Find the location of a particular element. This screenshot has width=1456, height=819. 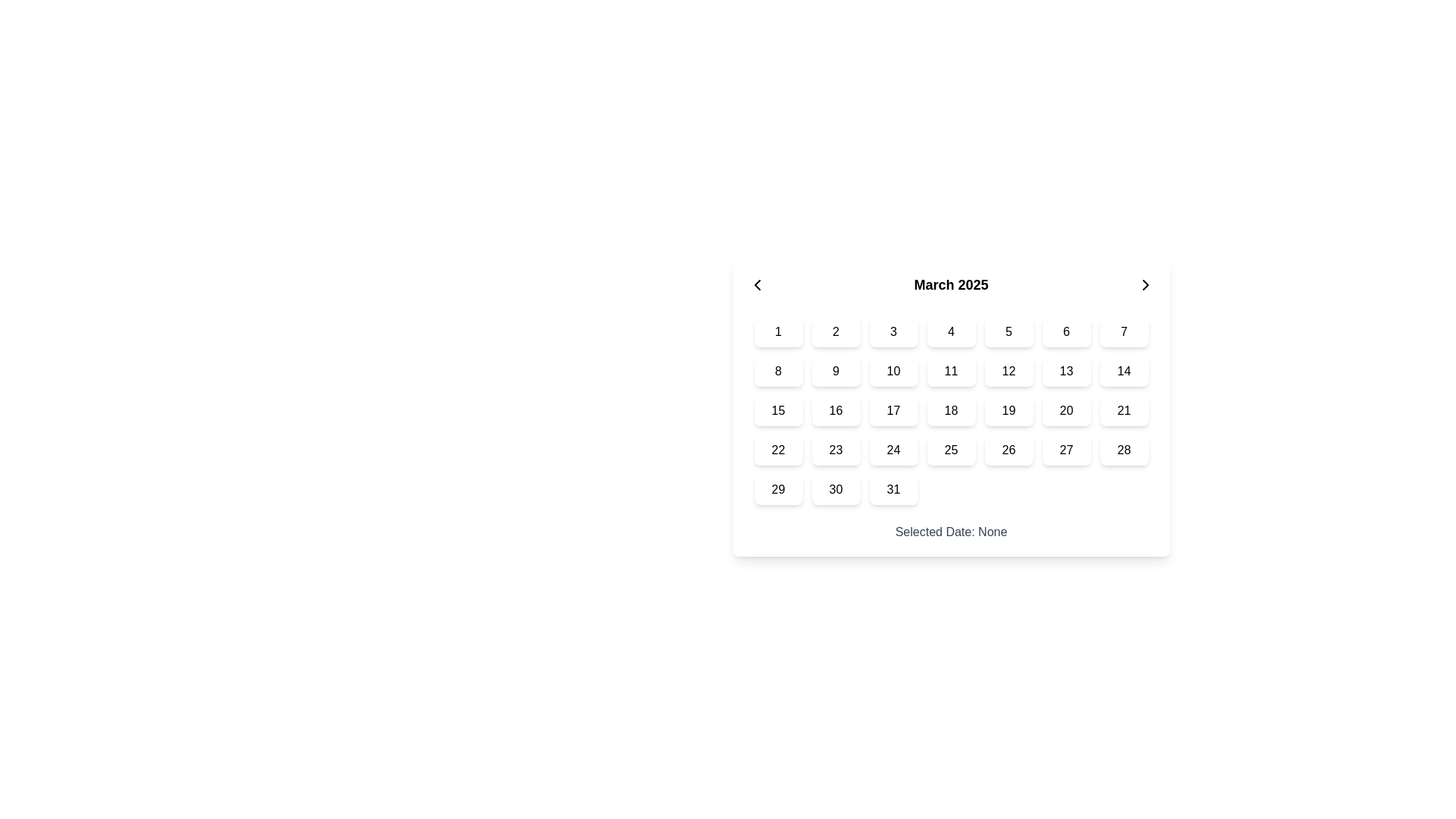

the specific date buttons within the Date Picker, which is a calendar interface featuring a header with 'March 2025' and a grid of interactive days is located at coordinates (950, 406).